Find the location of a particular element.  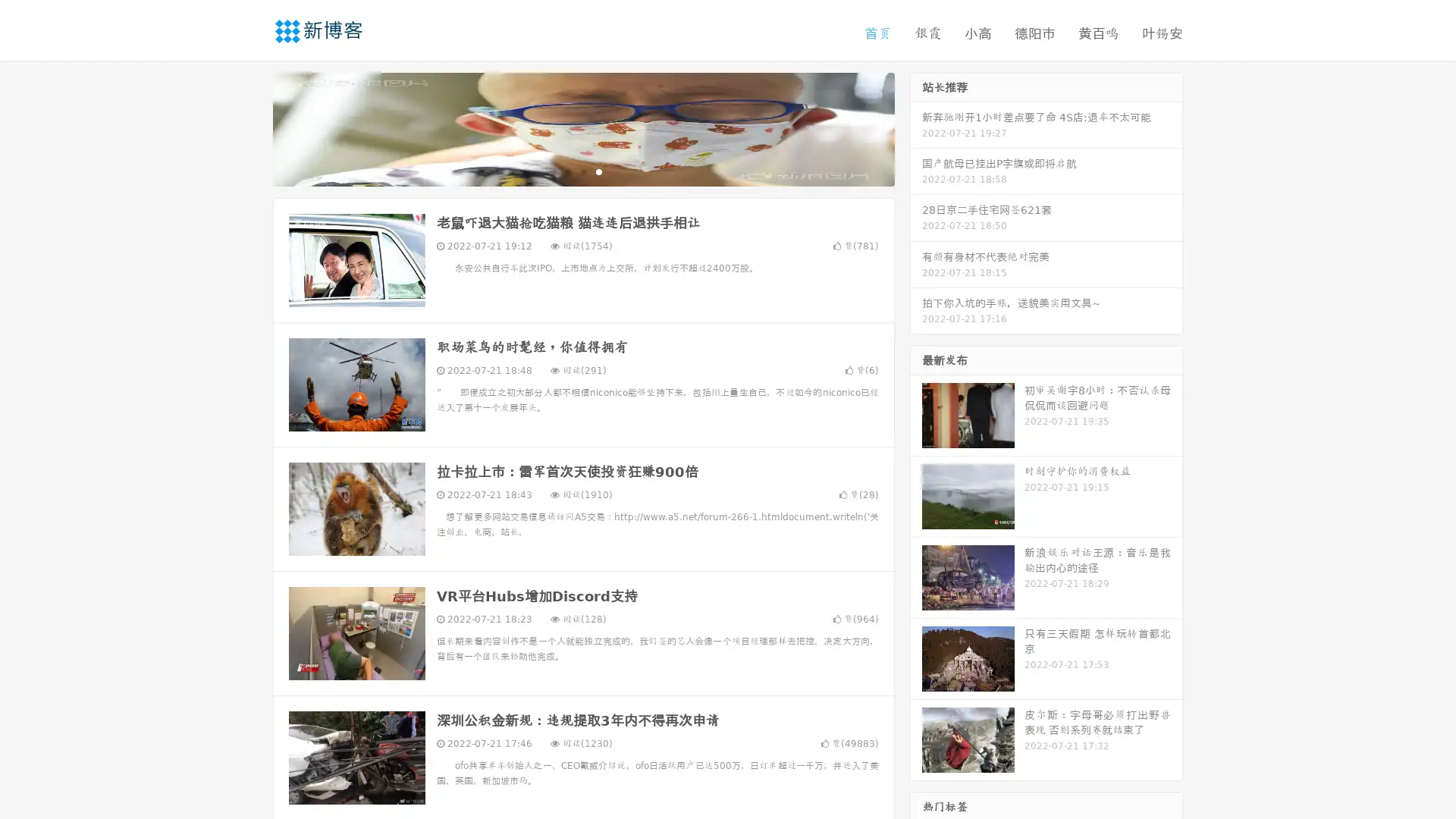

Go to slide 2 is located at coordinates (582, 171).